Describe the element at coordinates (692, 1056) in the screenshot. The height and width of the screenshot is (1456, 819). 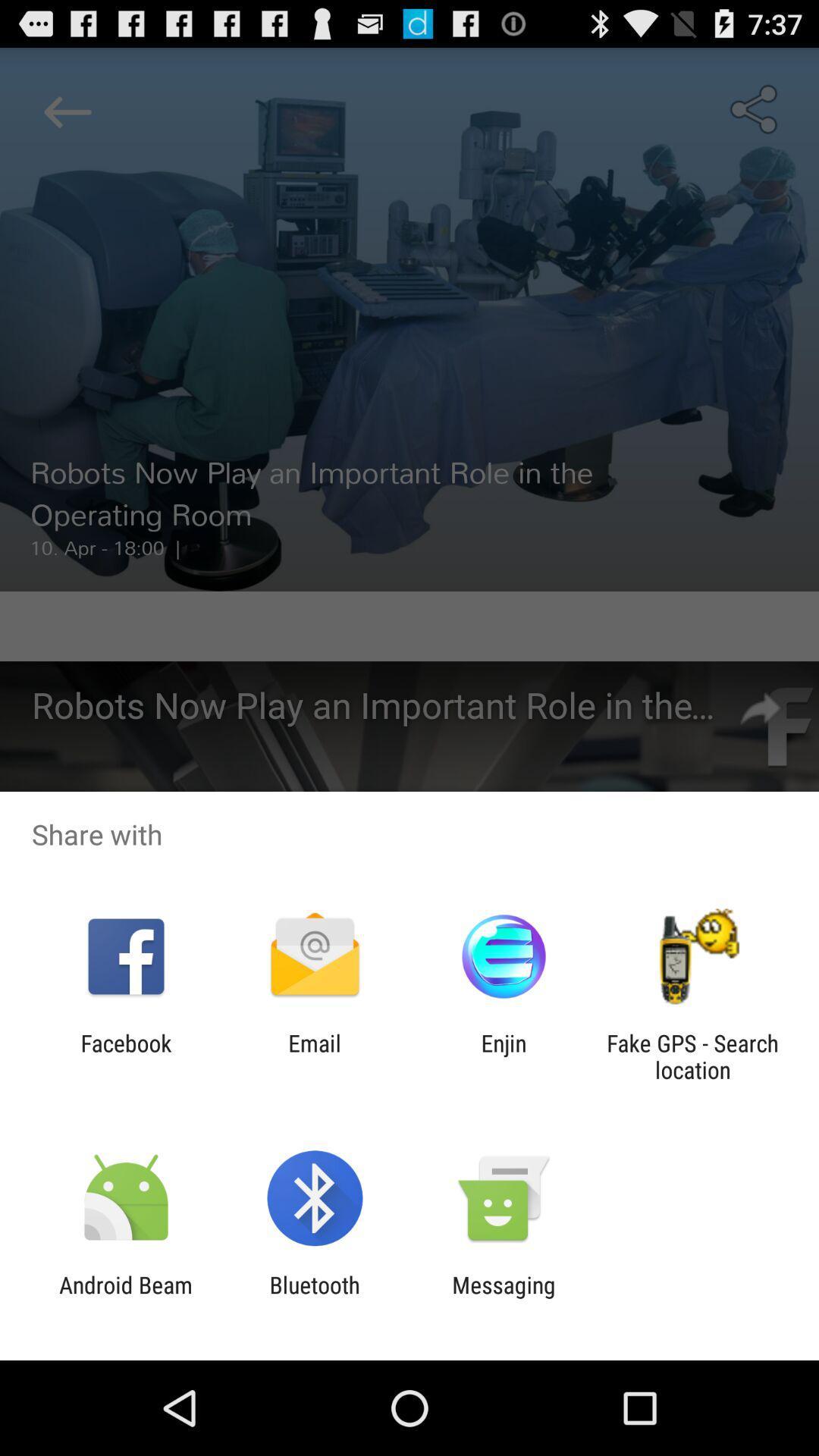
I see `the item to the right of enjin` at that location.